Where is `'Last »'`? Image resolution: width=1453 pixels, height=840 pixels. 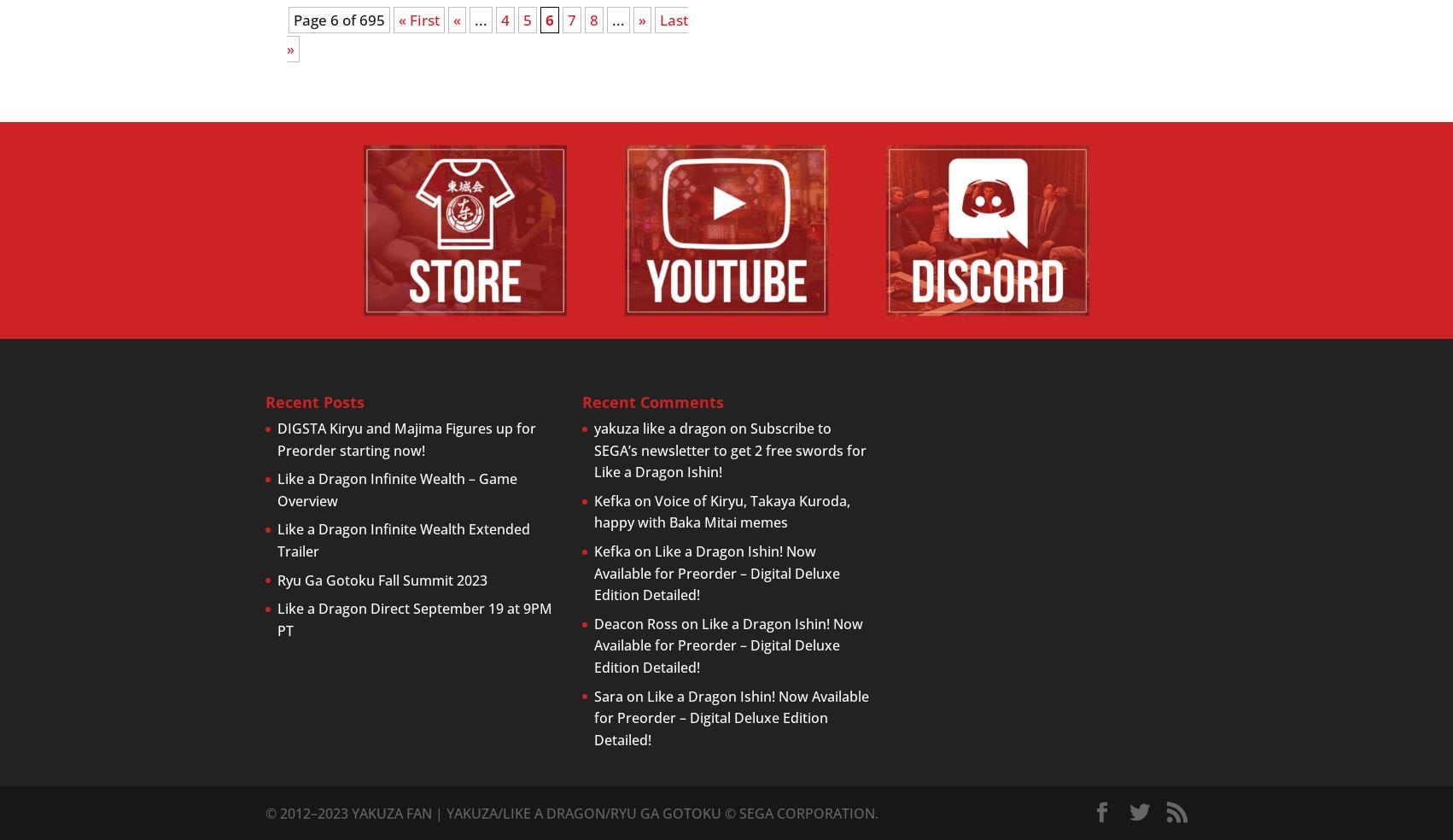 'Last »' is located at coordinates (487, 33).